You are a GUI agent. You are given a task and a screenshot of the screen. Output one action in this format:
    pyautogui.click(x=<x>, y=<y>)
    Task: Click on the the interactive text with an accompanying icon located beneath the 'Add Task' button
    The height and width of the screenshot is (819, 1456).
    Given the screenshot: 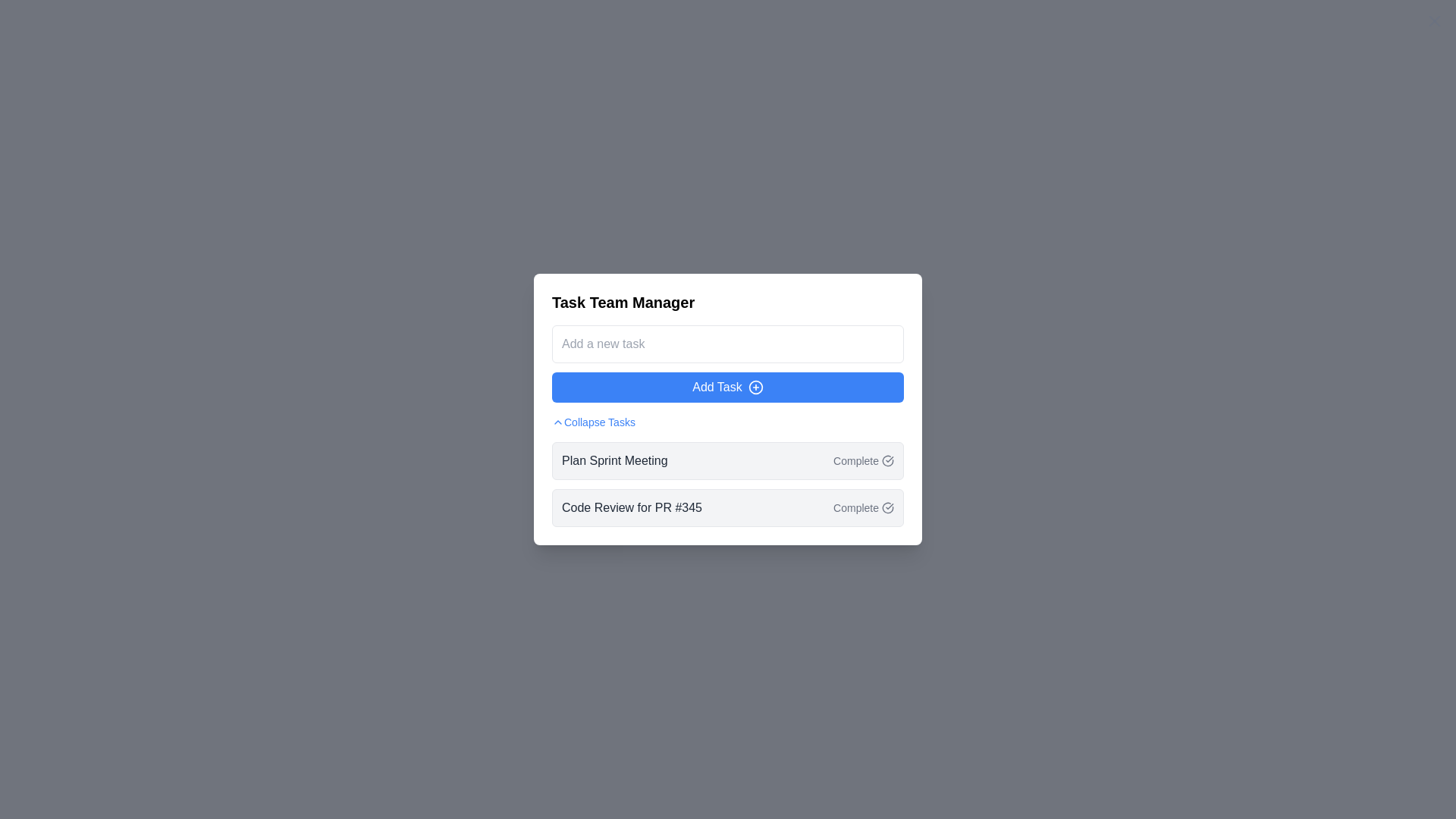 What is the action you would take?
    pyautogui.click(x=592, y=422)
    